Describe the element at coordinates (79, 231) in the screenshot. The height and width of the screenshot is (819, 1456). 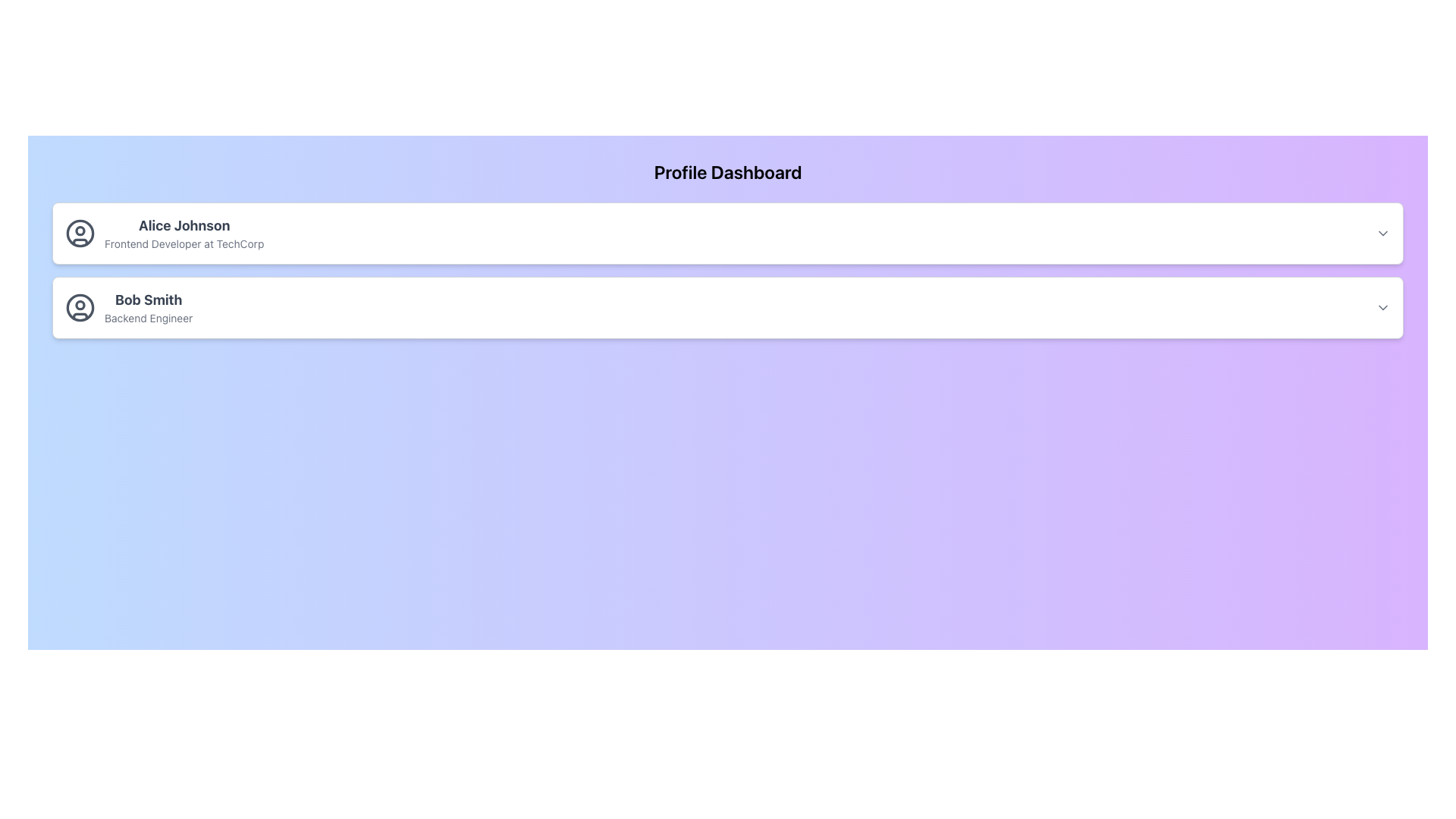
I see `the decorative circle element within the profile photo icon of 'Alice Johnson', located at the top-middle of the circular icon` at that location.